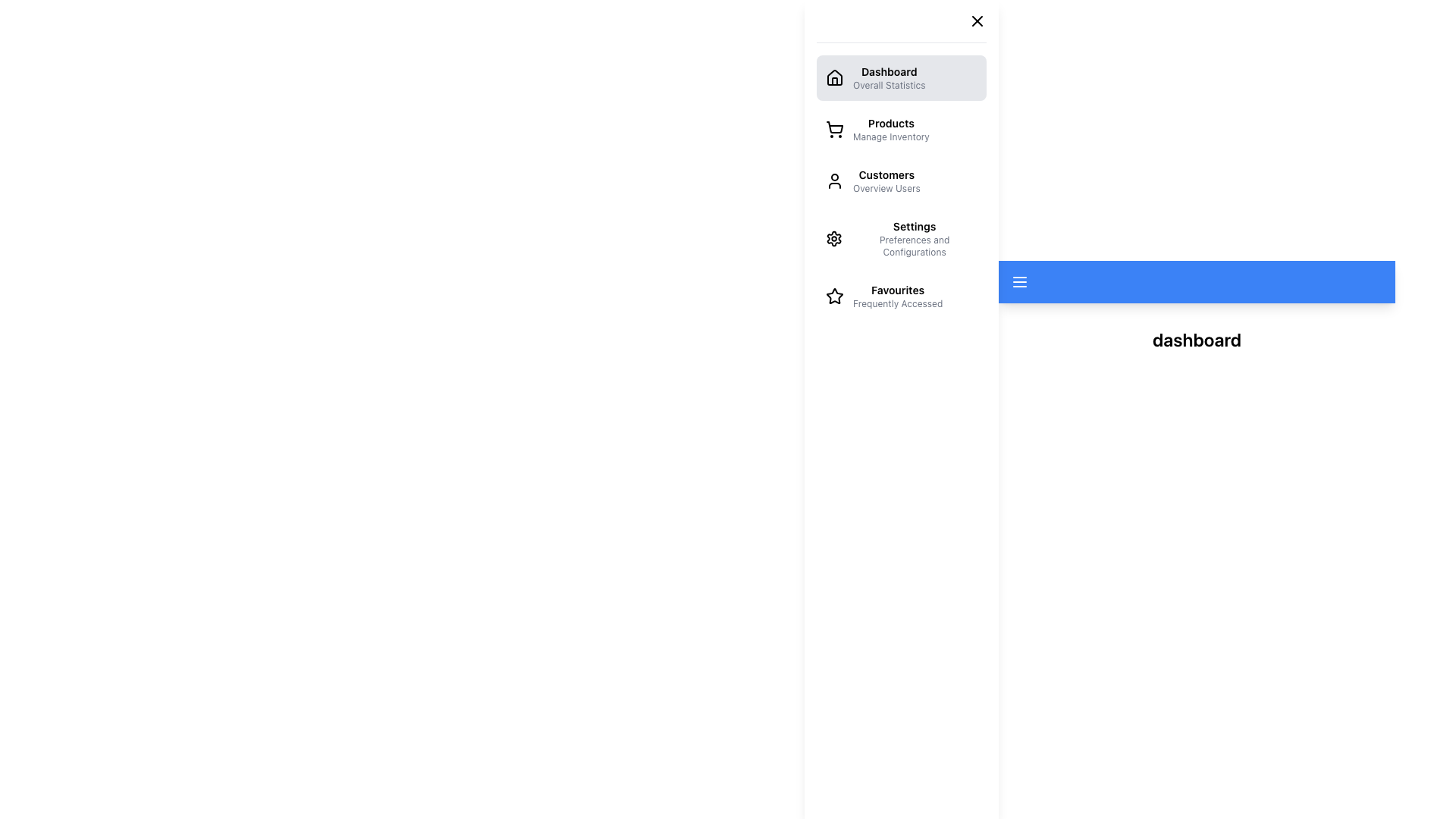  Describe the element at coordinates (914, 245) in the screenshot. I see `the Text Label displaying 'Preferences and Configurations', which is styled in a small, gray font and positioned directly beneath the 'Settings' text in the sidebar menu` at that location.